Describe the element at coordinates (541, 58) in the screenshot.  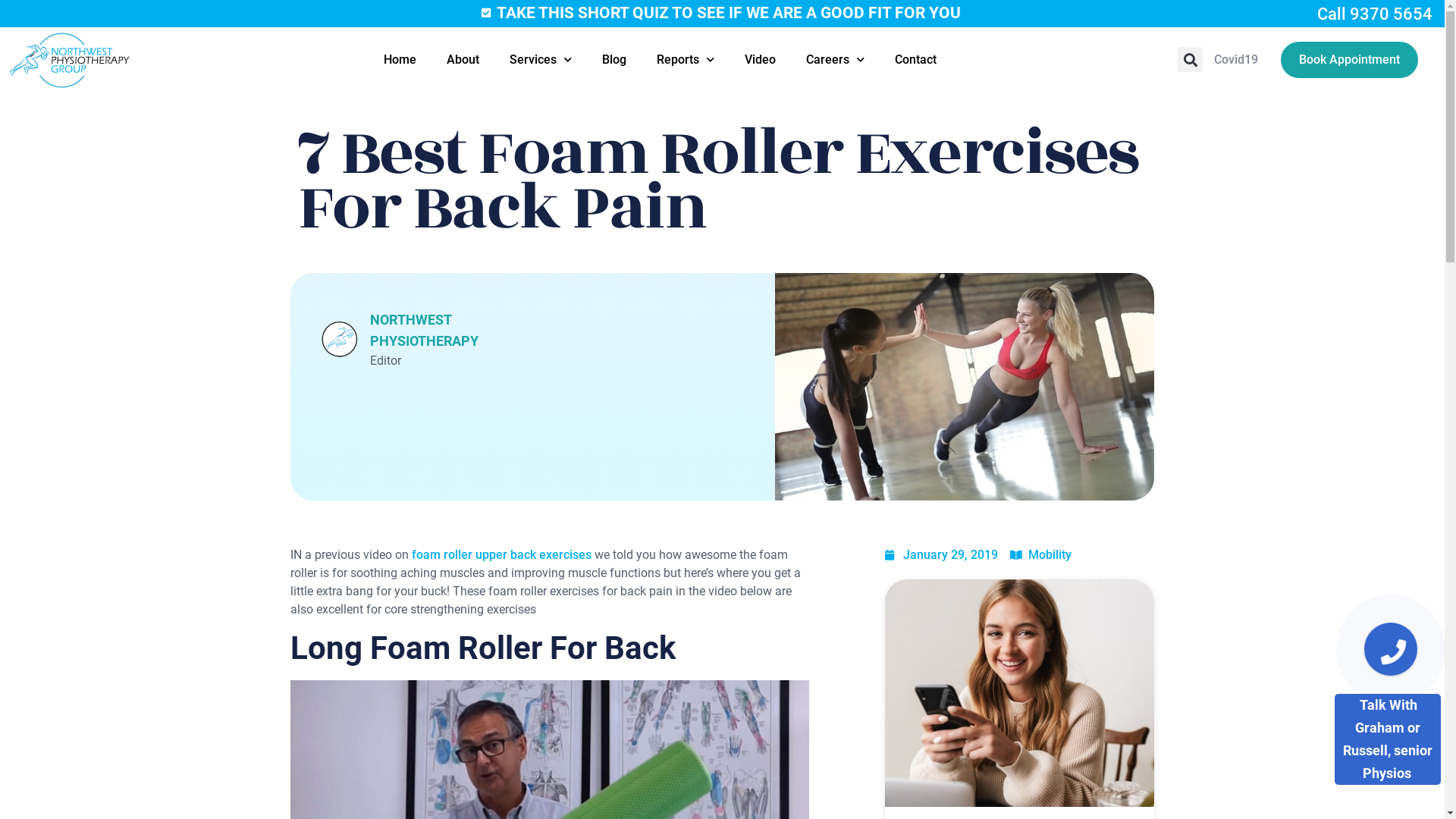
I see `'Services'` at that location.